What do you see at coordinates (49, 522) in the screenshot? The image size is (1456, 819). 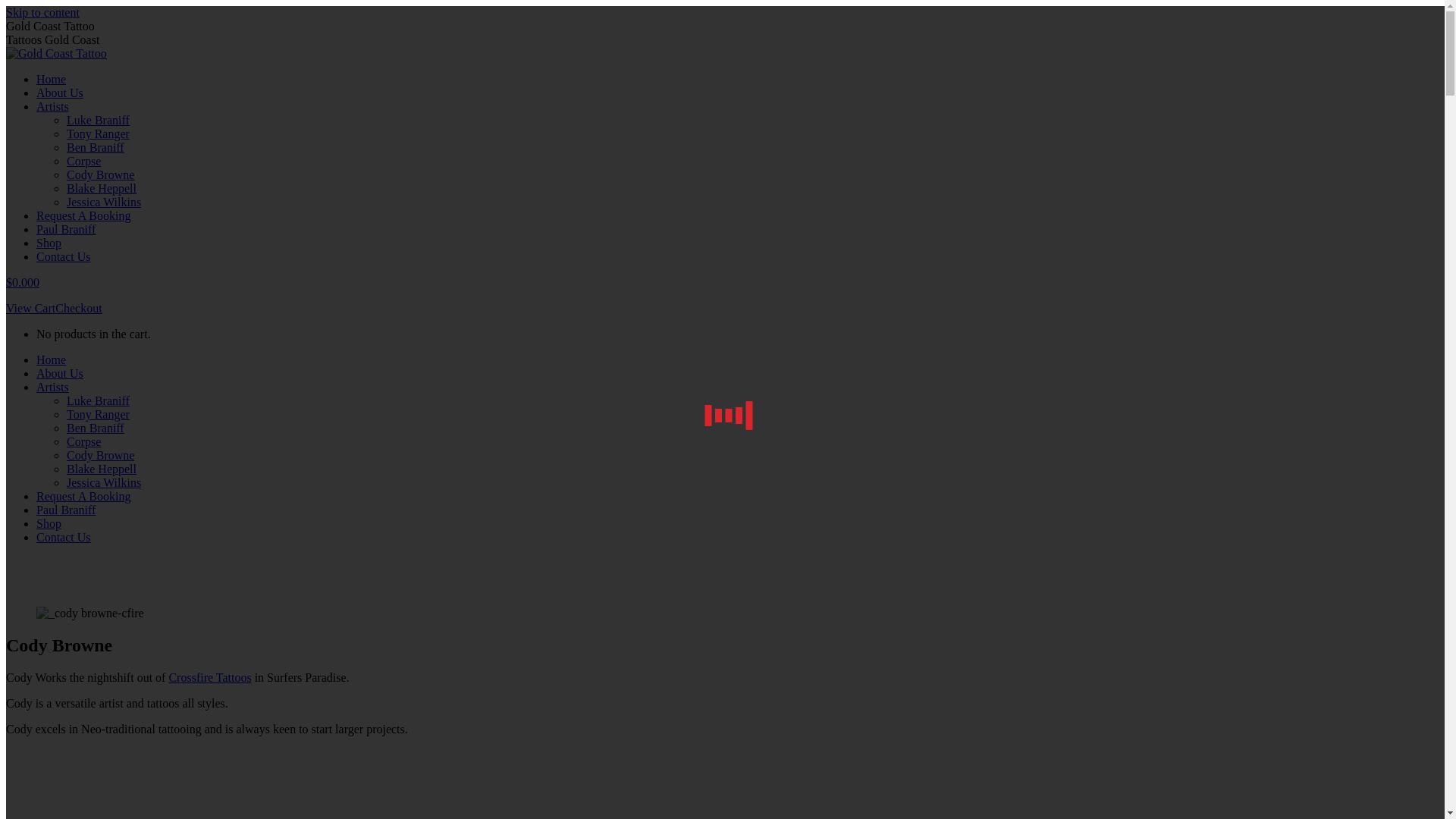 I see `'Shop'` at bounding box center [49, 522].